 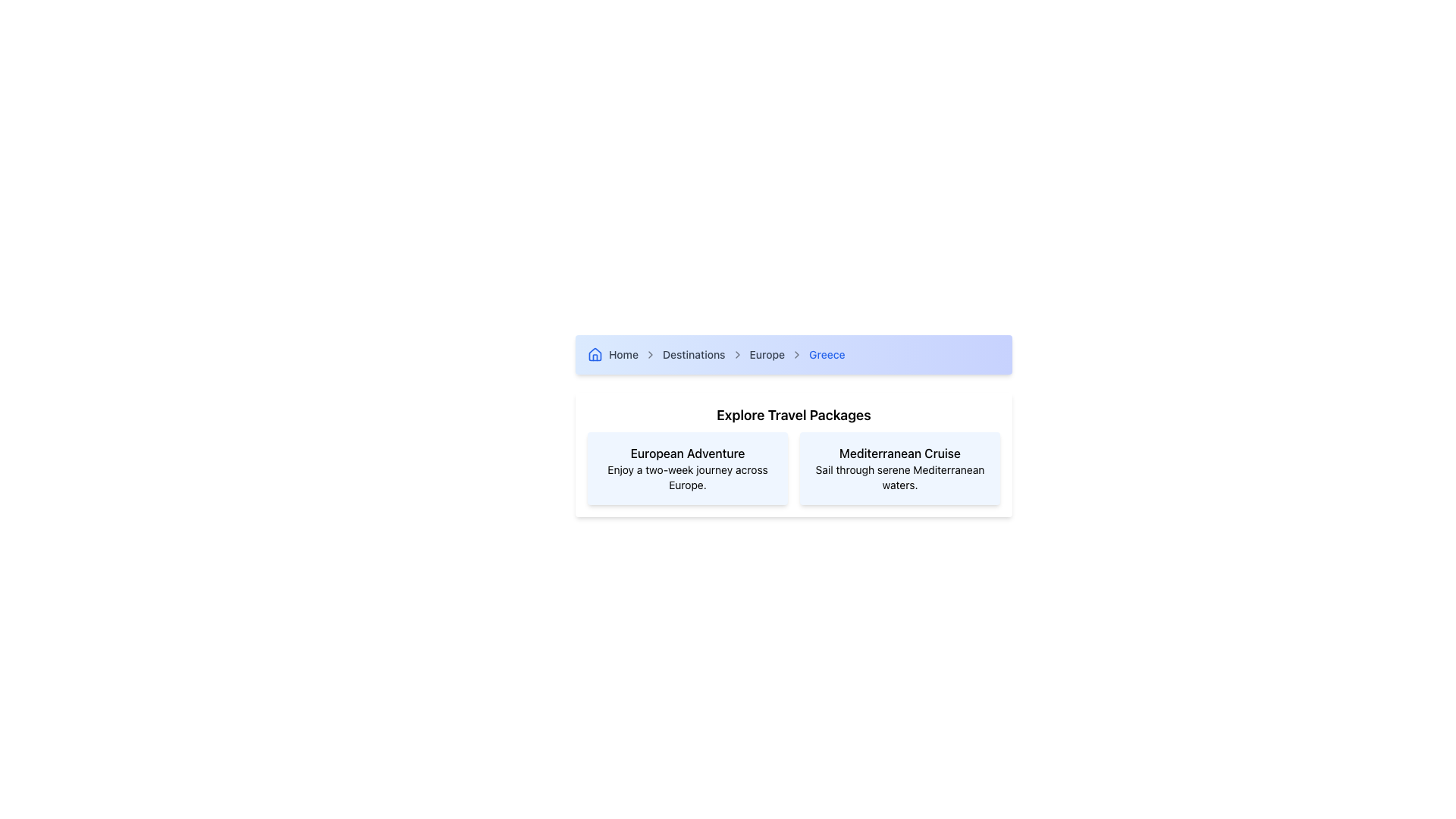 What do you see at coordinates (792, 415) in the screenshot?
I see `header text 'Explore Travel Packages' which is centrally positioned above the grid of travel package cards and is displayed in a bold and large font style` at bounding box center [792, 415].